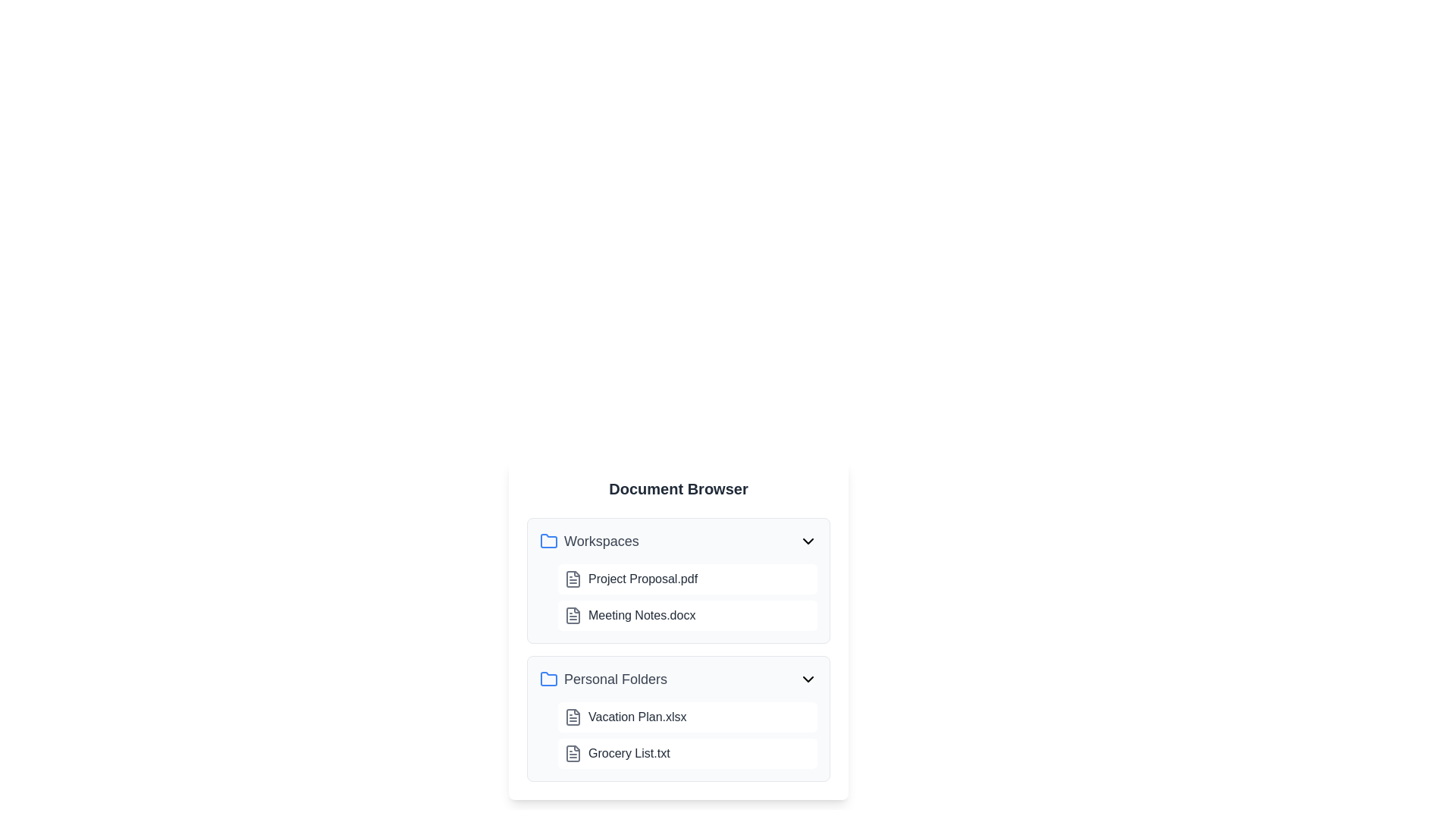  I want to click on the text label displaying the file name 'Project Proposal.pdf', so click(643, 579).